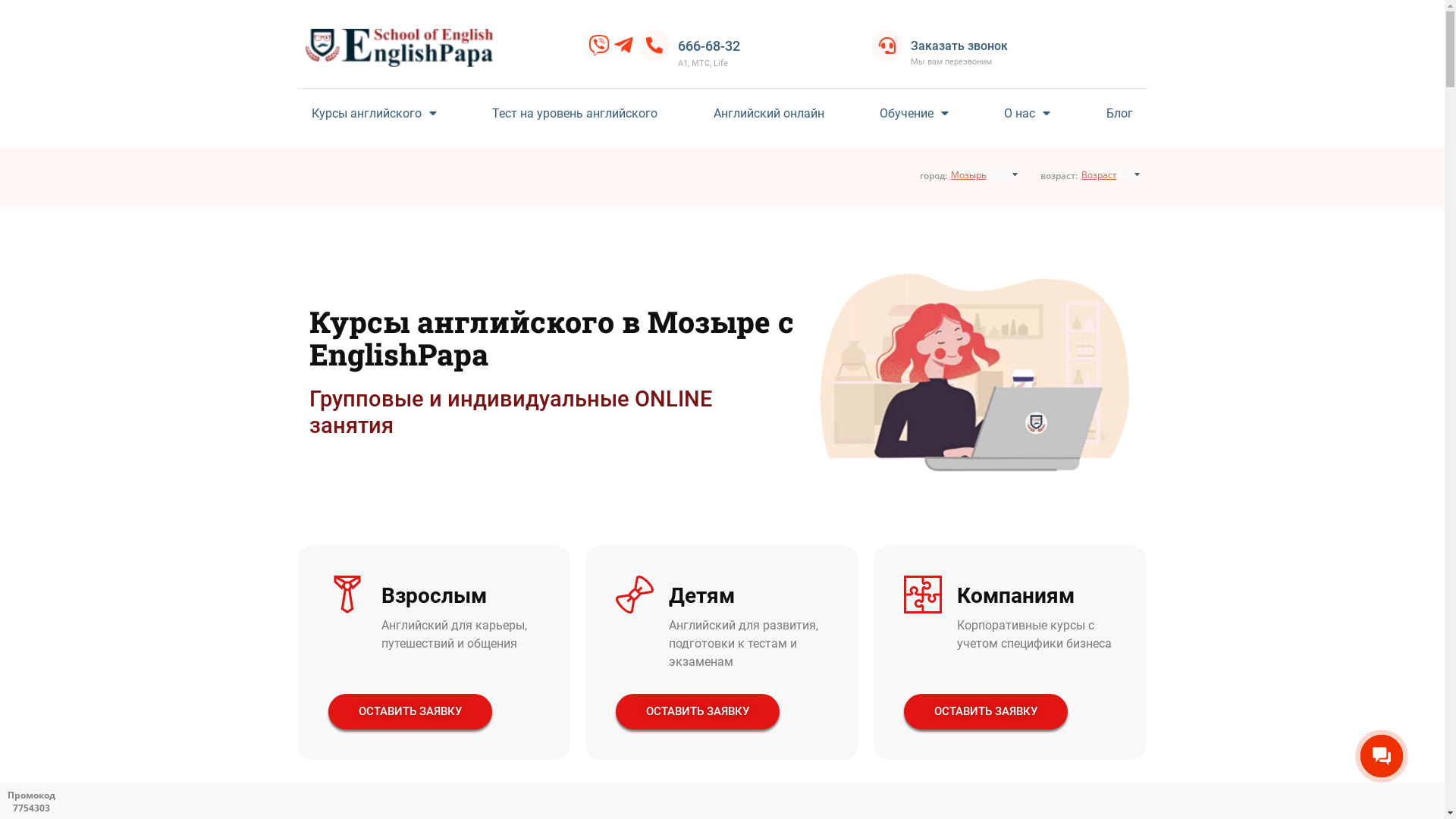 The image size is (1456, 819). What do you see at coordinates (708, 45) in the screenshot?
I see `'666-68-32'` at bounding box center [708, 45].